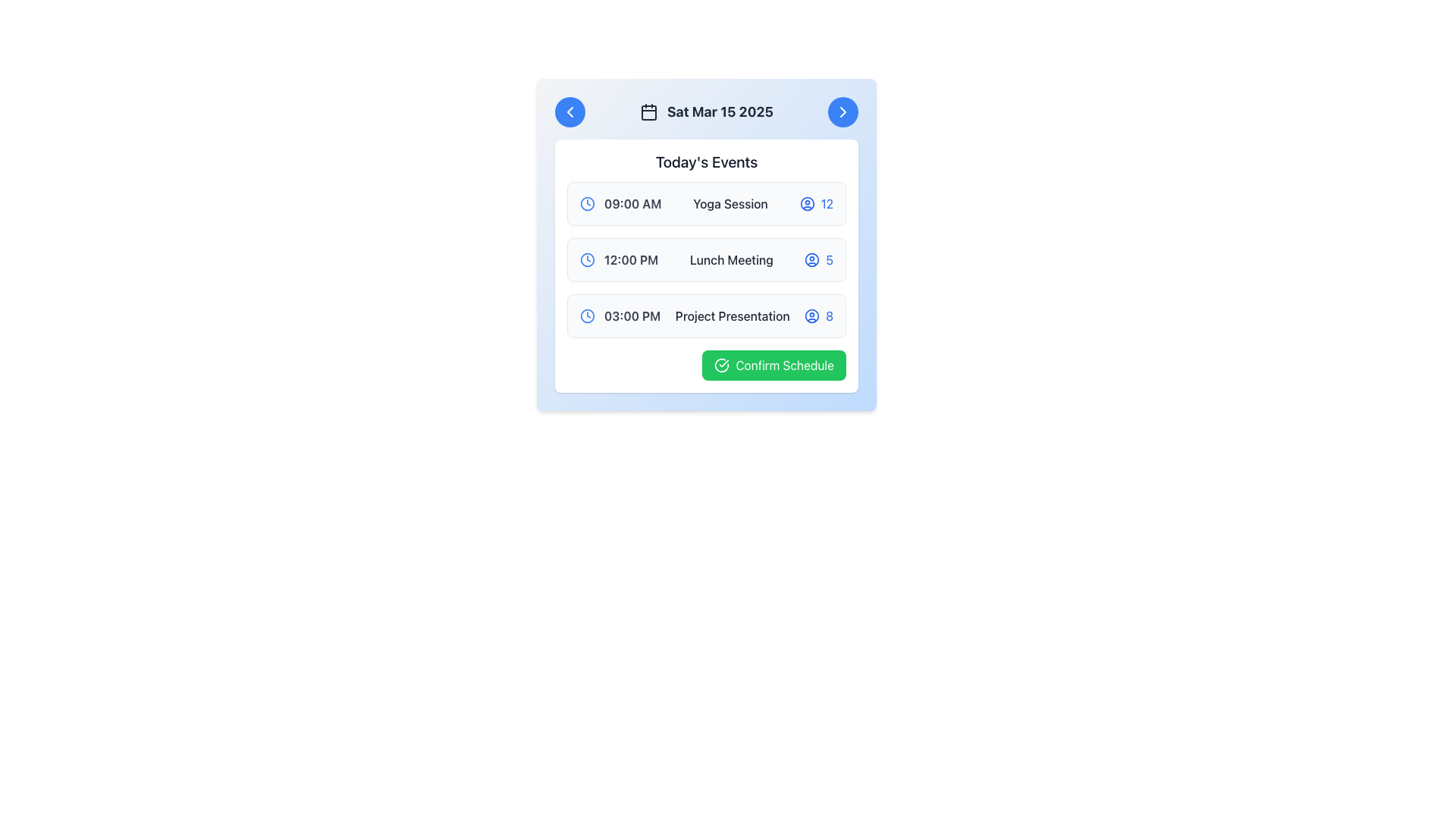  What do you see at coordinates (843, 111) in the screenshot?
I see `the rightward chevron icon inside the circular blue button located in the top-right corner of the card interface` at bounding box center [843, 111].